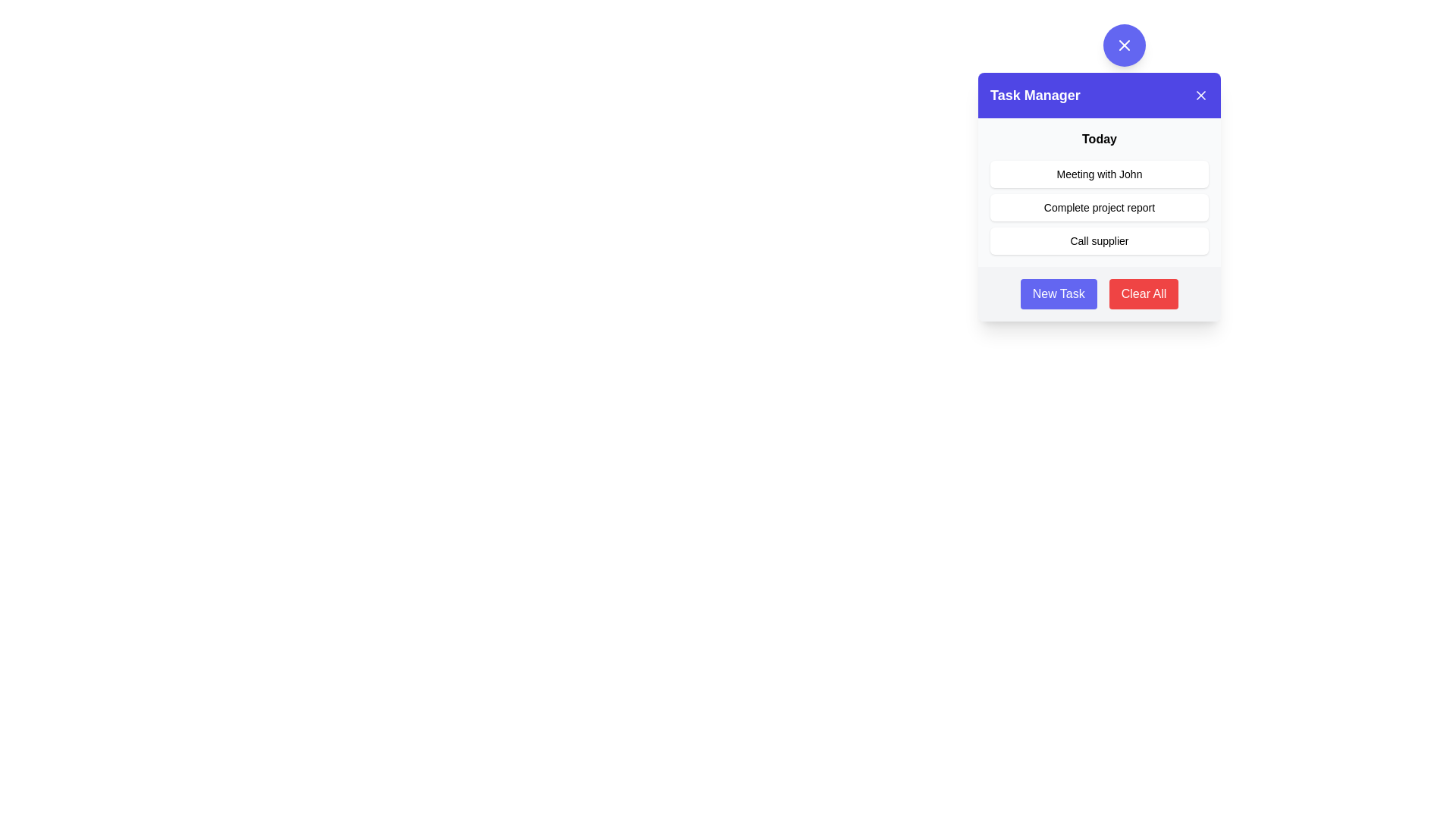  I want to click on the 'Call supplier' button, so click(1099, 240).